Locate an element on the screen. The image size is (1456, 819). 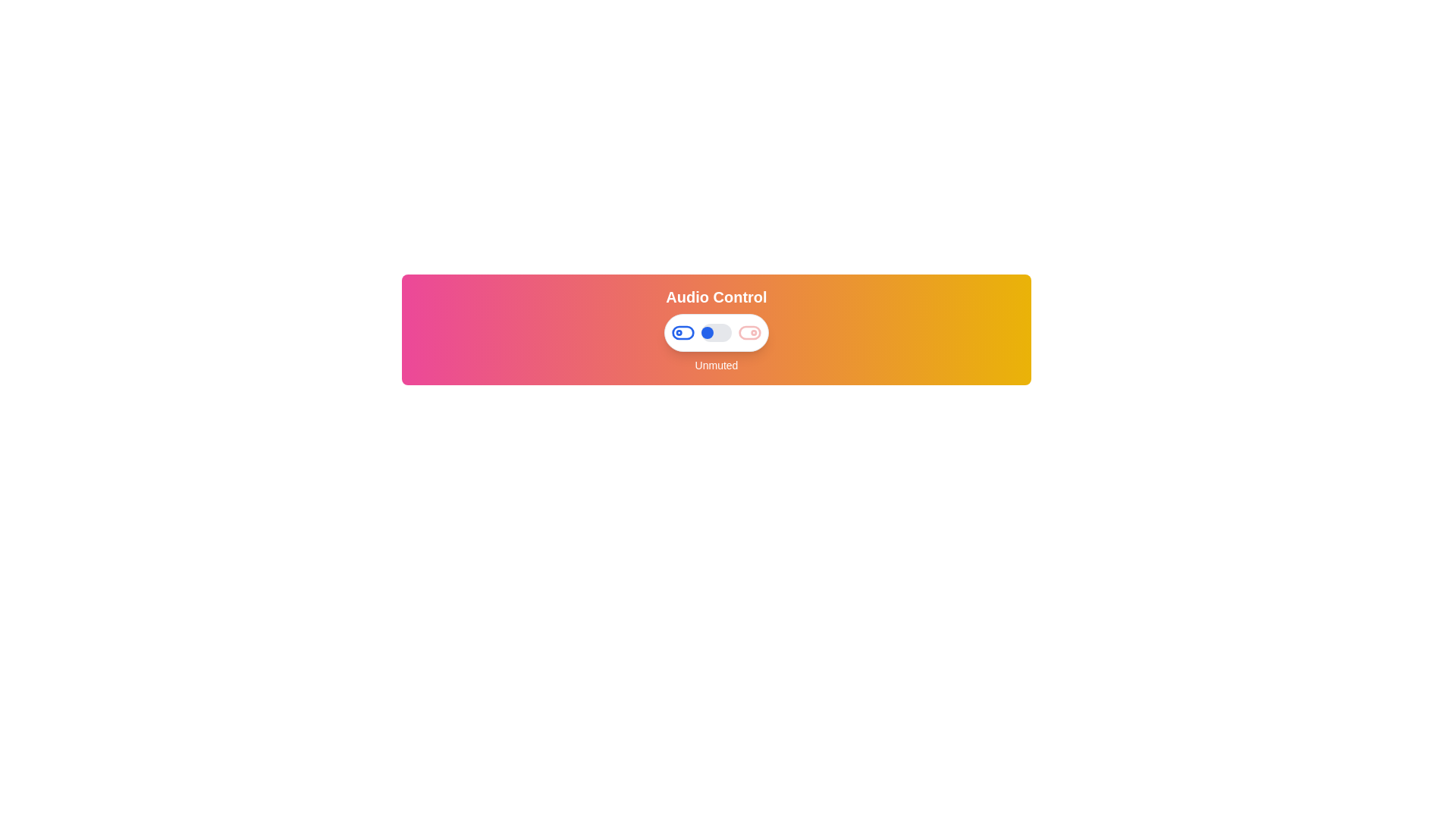
the active state Decorative Shape of the toggle switch, which is the left inner rounded rectangle adjacent to the circular knob is located at coordinates (682, 332).